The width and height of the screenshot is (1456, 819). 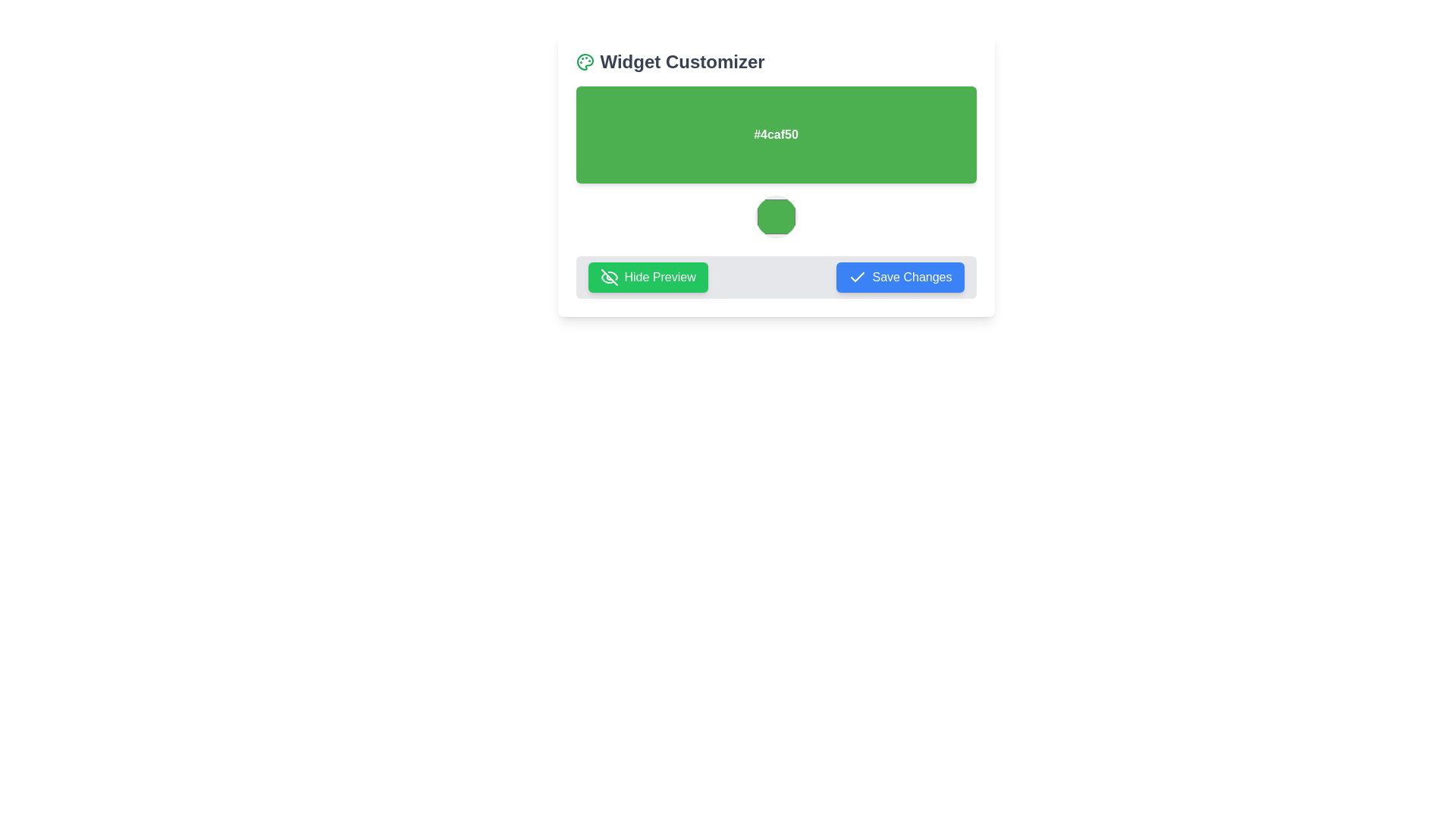 What do you see at coordinates (857, 277) in the screenshot?
I see `the checkmark icon positioned within a square space, located slightly above the 'Save Changes' button on the right-hand side of the layout` at bounding box center [857, 277].